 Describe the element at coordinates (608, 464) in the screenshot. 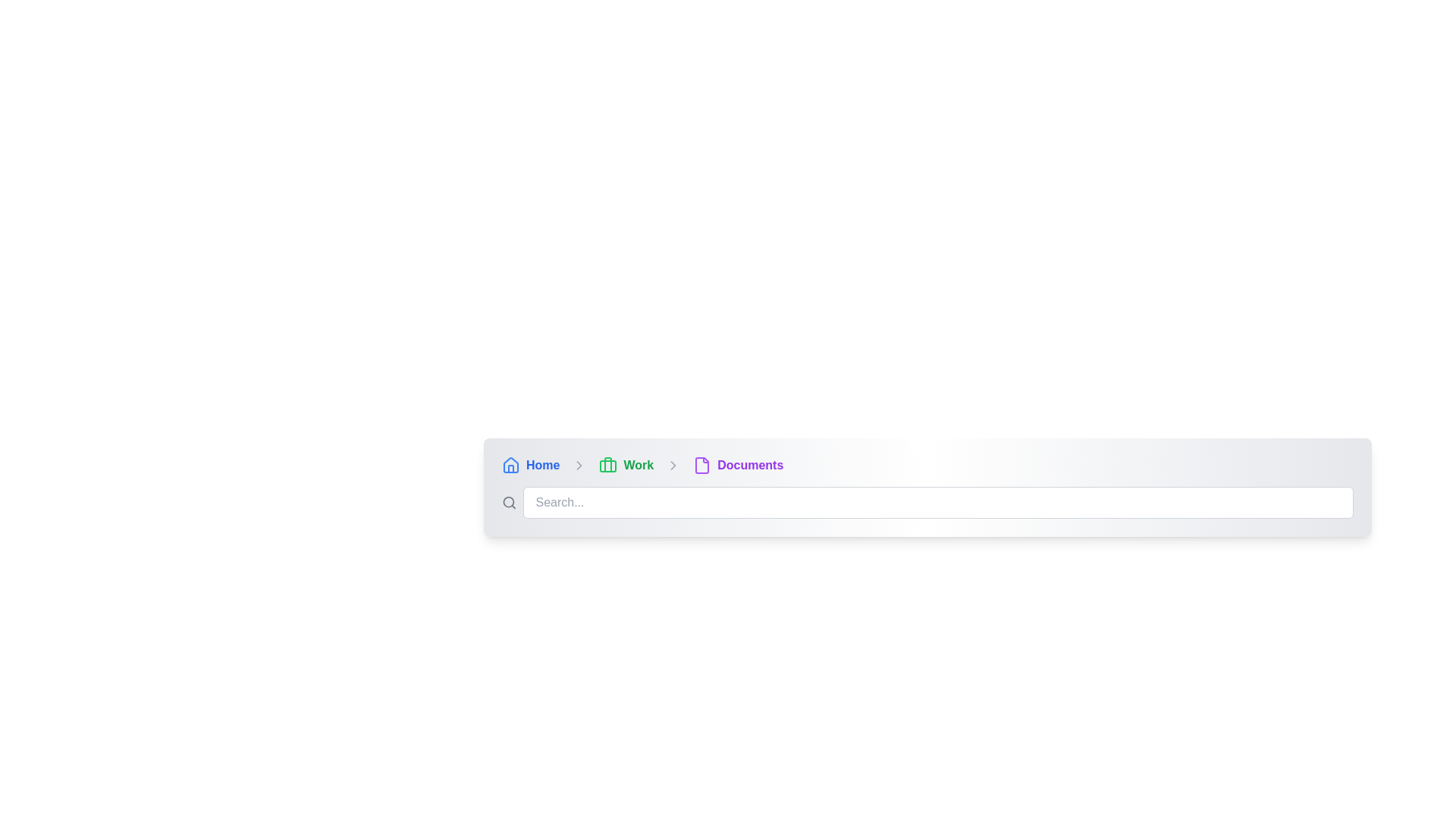

I see `the vertical central line of the briefcase icon in the 'Work' section of the breadcrumb navigation bar` at that location.